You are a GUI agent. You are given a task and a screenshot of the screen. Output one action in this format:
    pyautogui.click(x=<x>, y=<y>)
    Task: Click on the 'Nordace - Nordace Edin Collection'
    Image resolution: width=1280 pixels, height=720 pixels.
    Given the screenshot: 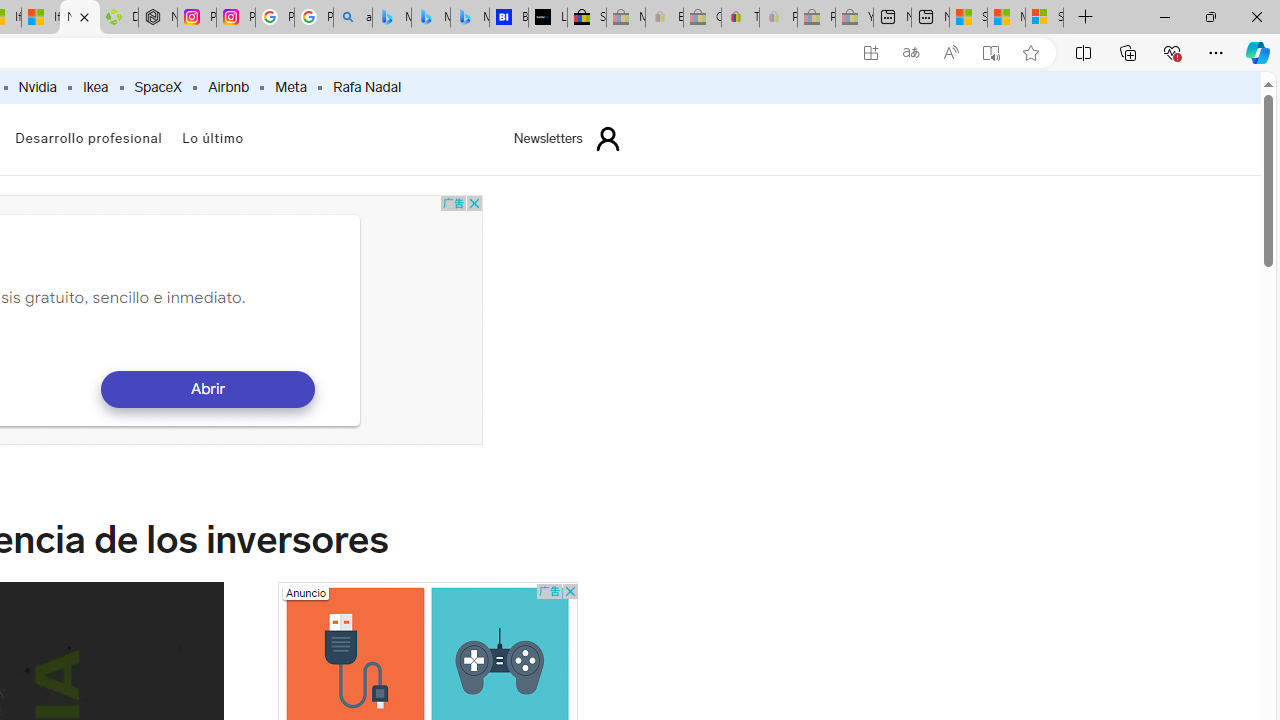 What is the action you would take?
    pyautogui.click(x=157, y=17)
    